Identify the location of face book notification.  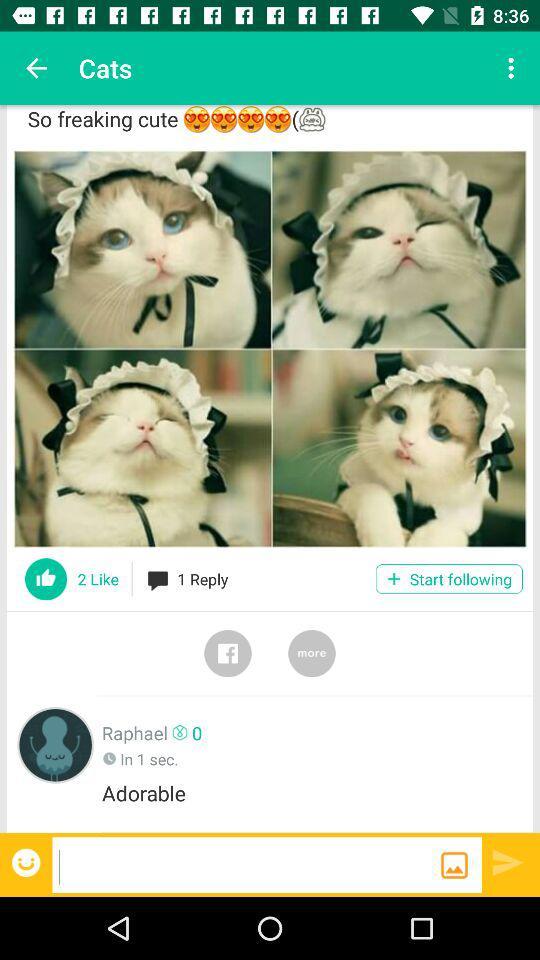
(226, 652).